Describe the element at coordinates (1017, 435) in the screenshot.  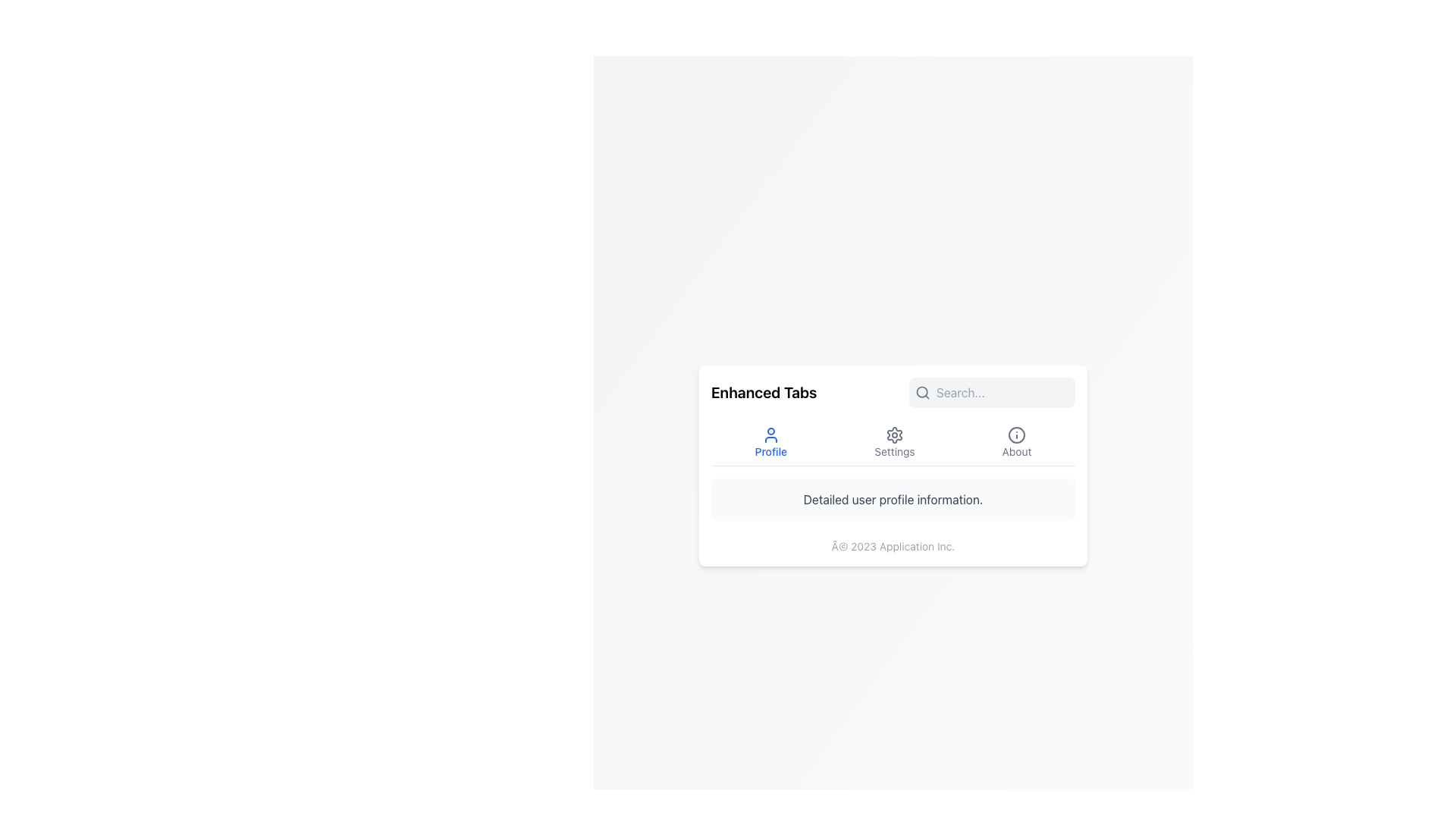
I see `the 'About' icon in the navigation bar` at that location.